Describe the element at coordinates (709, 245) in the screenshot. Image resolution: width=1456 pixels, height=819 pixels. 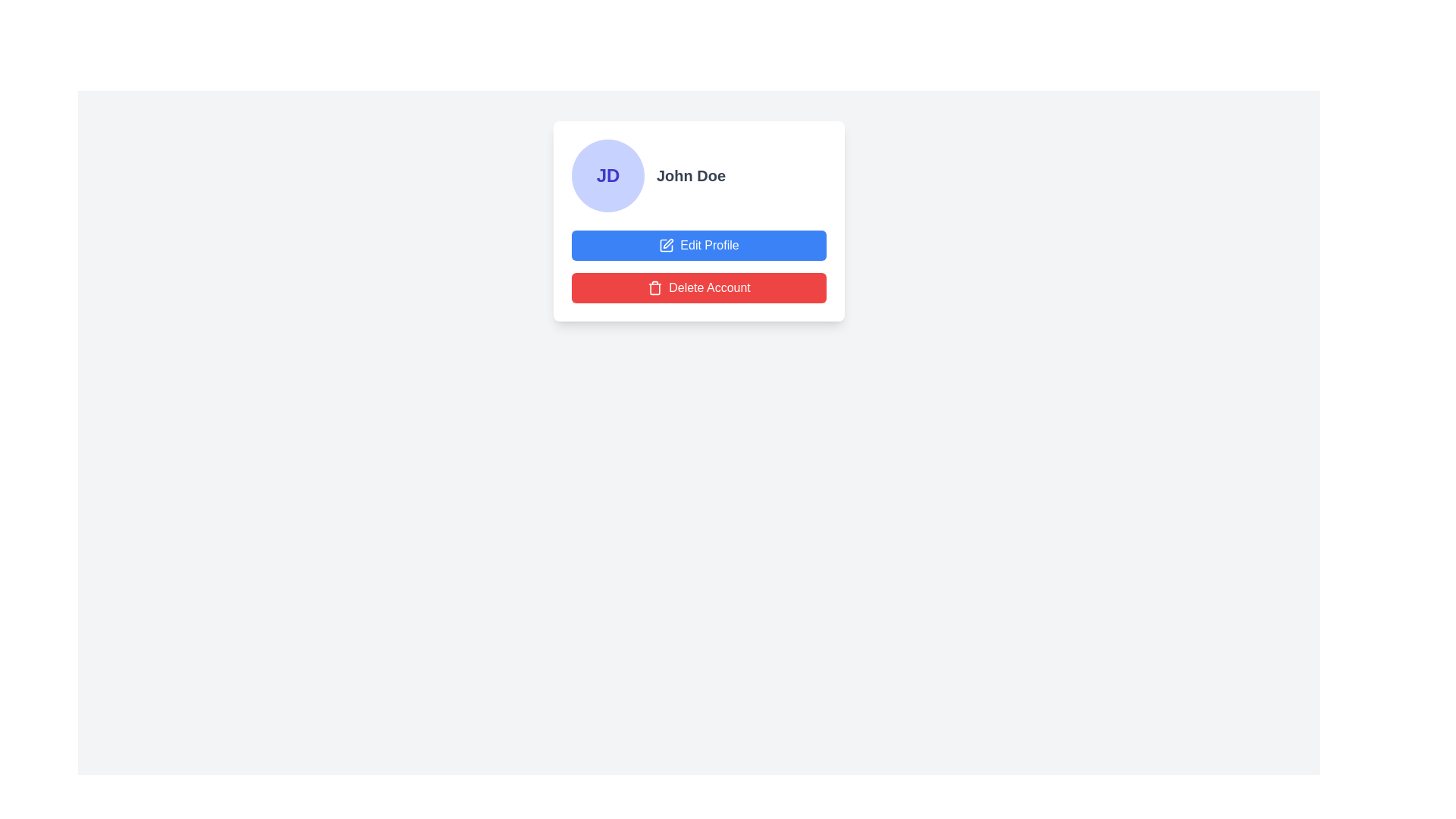
I see `the blue button containing the action label for editing the profile, located beneath the user name 'John Doe' in the profile information card` at that location.